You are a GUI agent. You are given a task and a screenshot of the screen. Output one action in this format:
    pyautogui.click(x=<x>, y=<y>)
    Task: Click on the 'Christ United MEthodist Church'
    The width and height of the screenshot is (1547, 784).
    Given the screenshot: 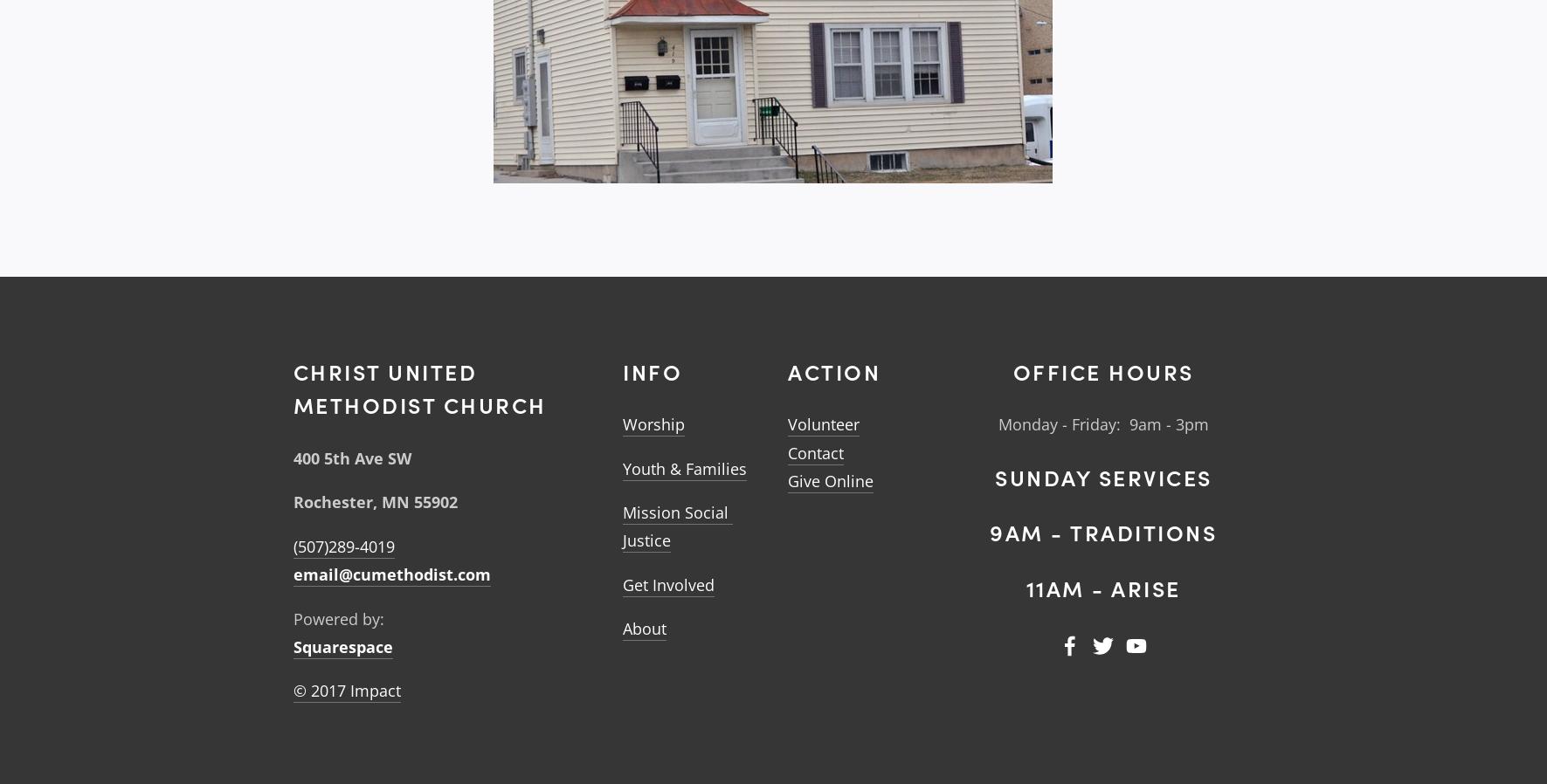 What is the action you would take?
    pyautogui.click(x=418, y=387)
    